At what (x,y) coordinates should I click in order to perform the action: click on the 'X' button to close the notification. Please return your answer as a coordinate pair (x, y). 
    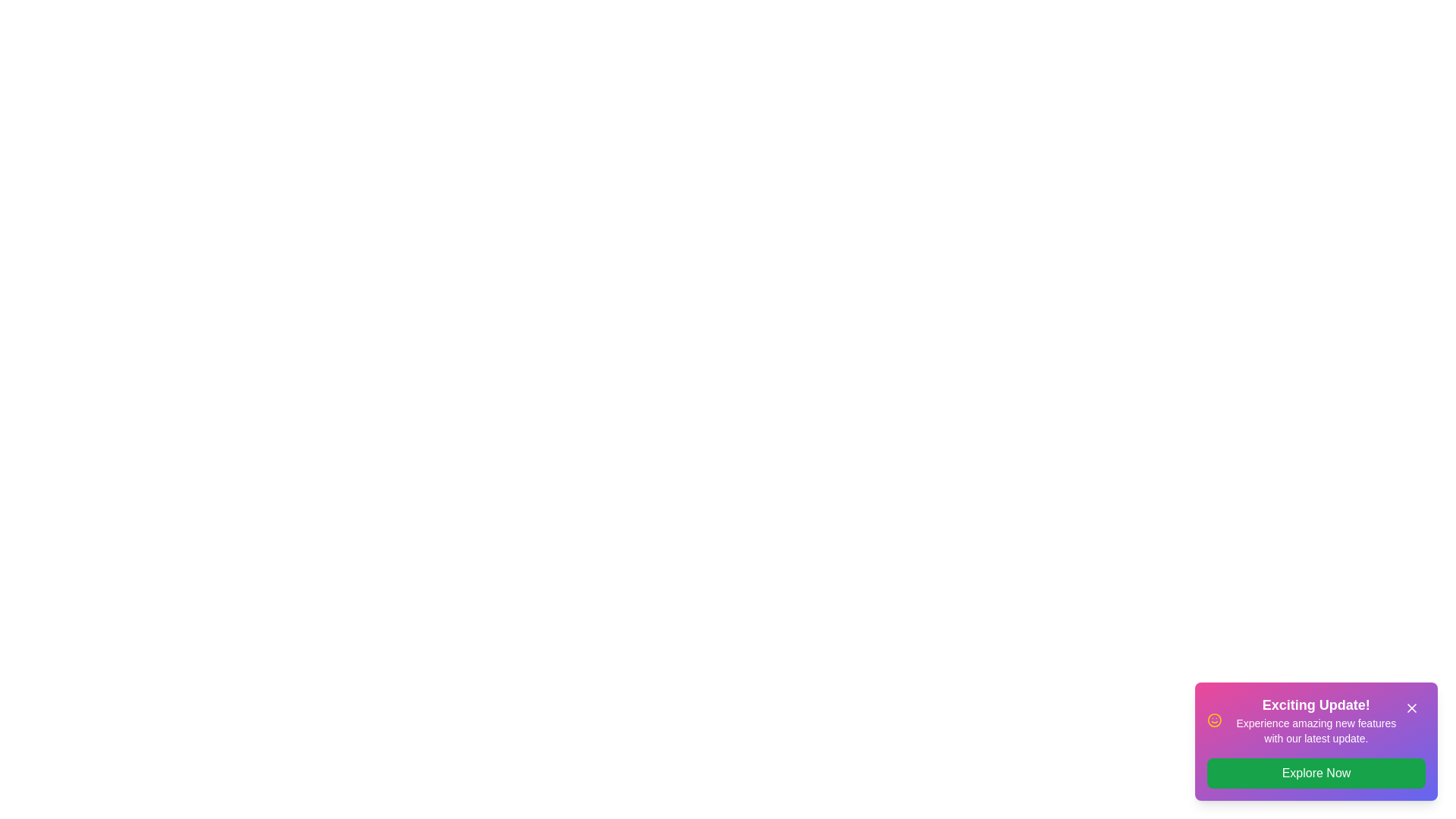
    Looking at the image, I should click on (1411, 708).